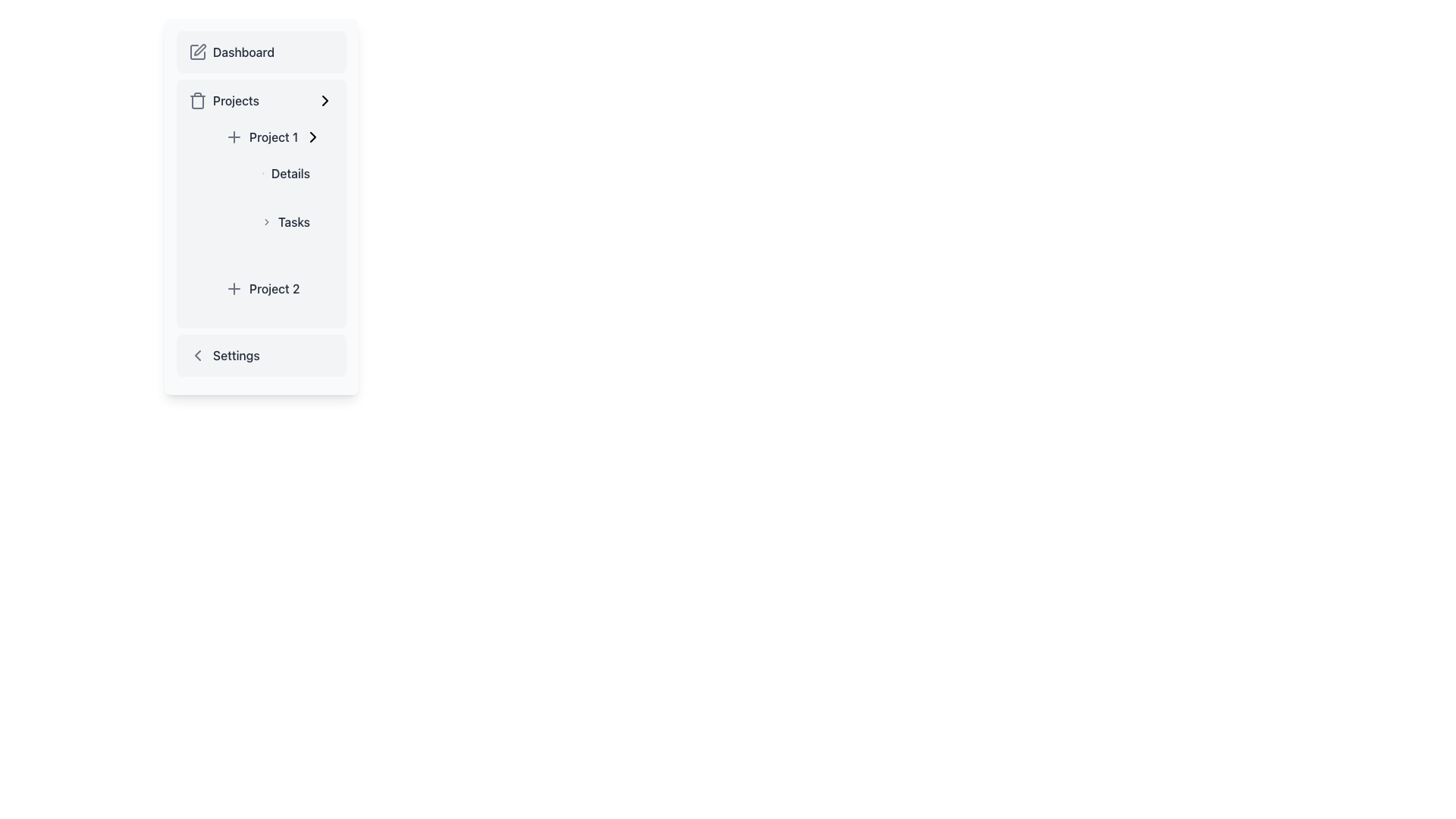 The width and height of the screenshot is (1456, 819). I want to click on the trash can icon used for deletion, located to the left of the 'Projects' text in the vertical navigation panel, so click(196, 100).